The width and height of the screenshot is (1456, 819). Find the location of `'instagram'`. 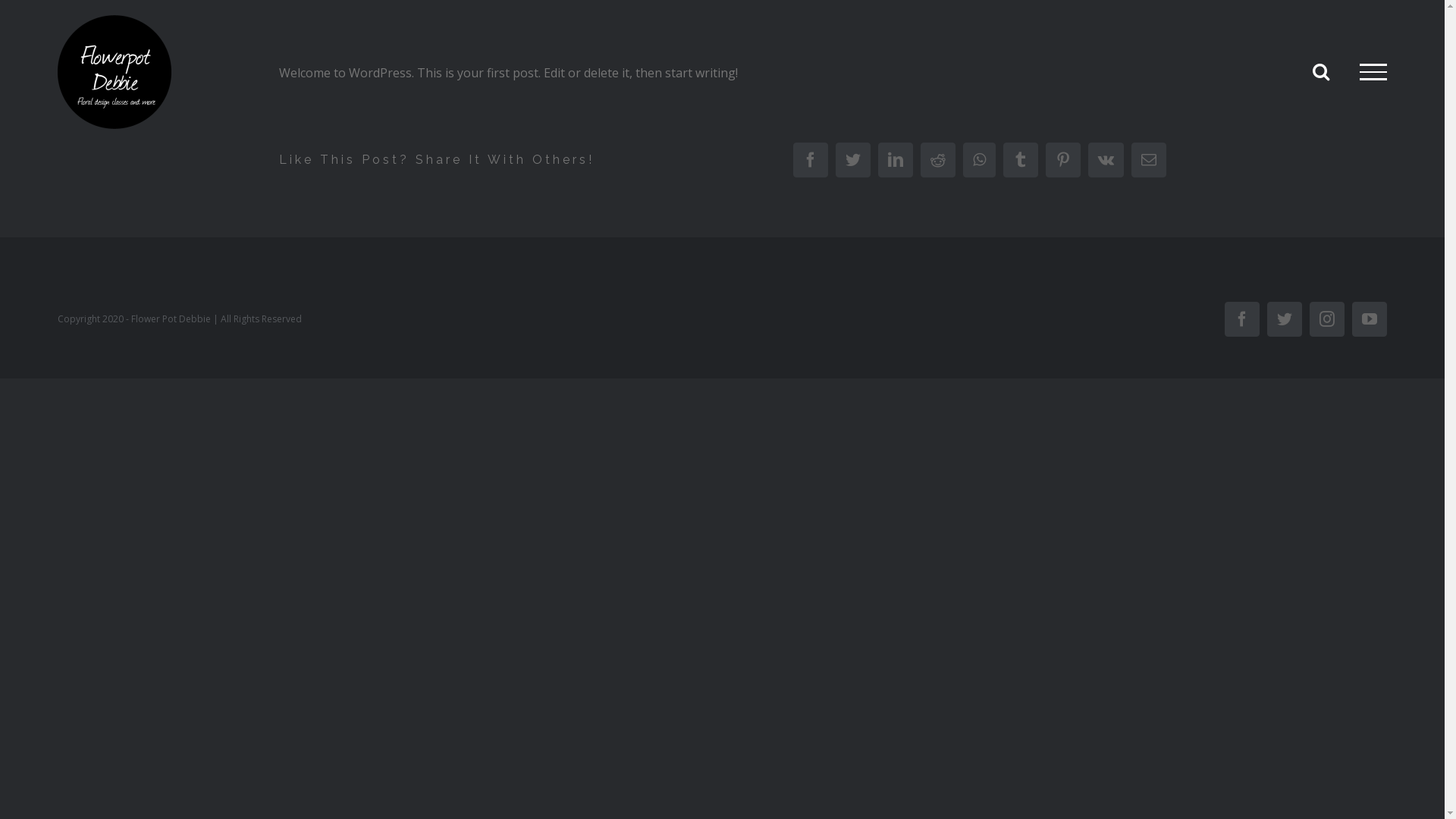

'instagram' is located at coordinates (1326, 318).